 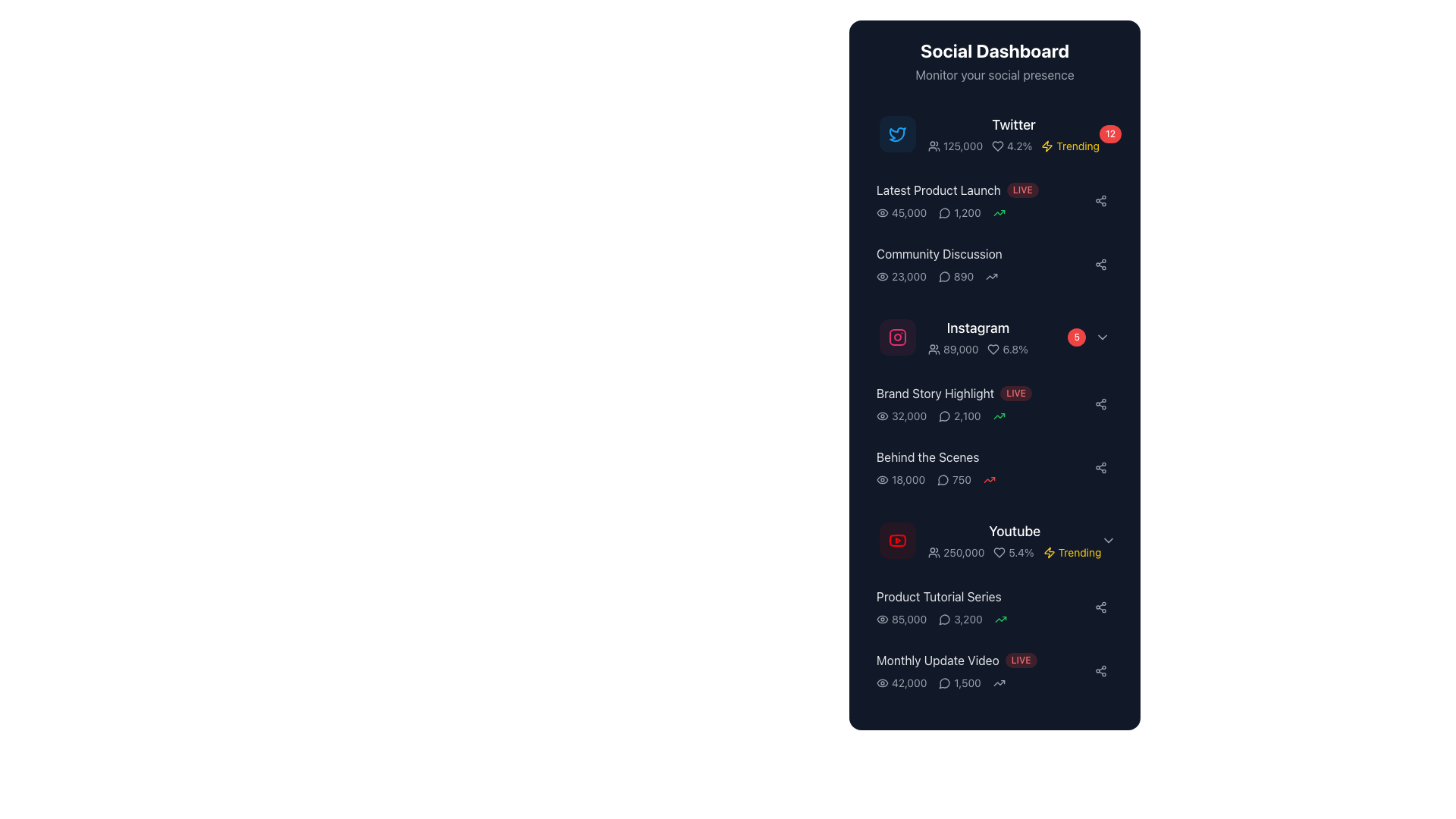 I want to click on the Twitter icon in the social dashboard, which is represented by a rounded, blue-hued rectangular button located at the top-left section of the social media logos list, so click(x=898, y=133).